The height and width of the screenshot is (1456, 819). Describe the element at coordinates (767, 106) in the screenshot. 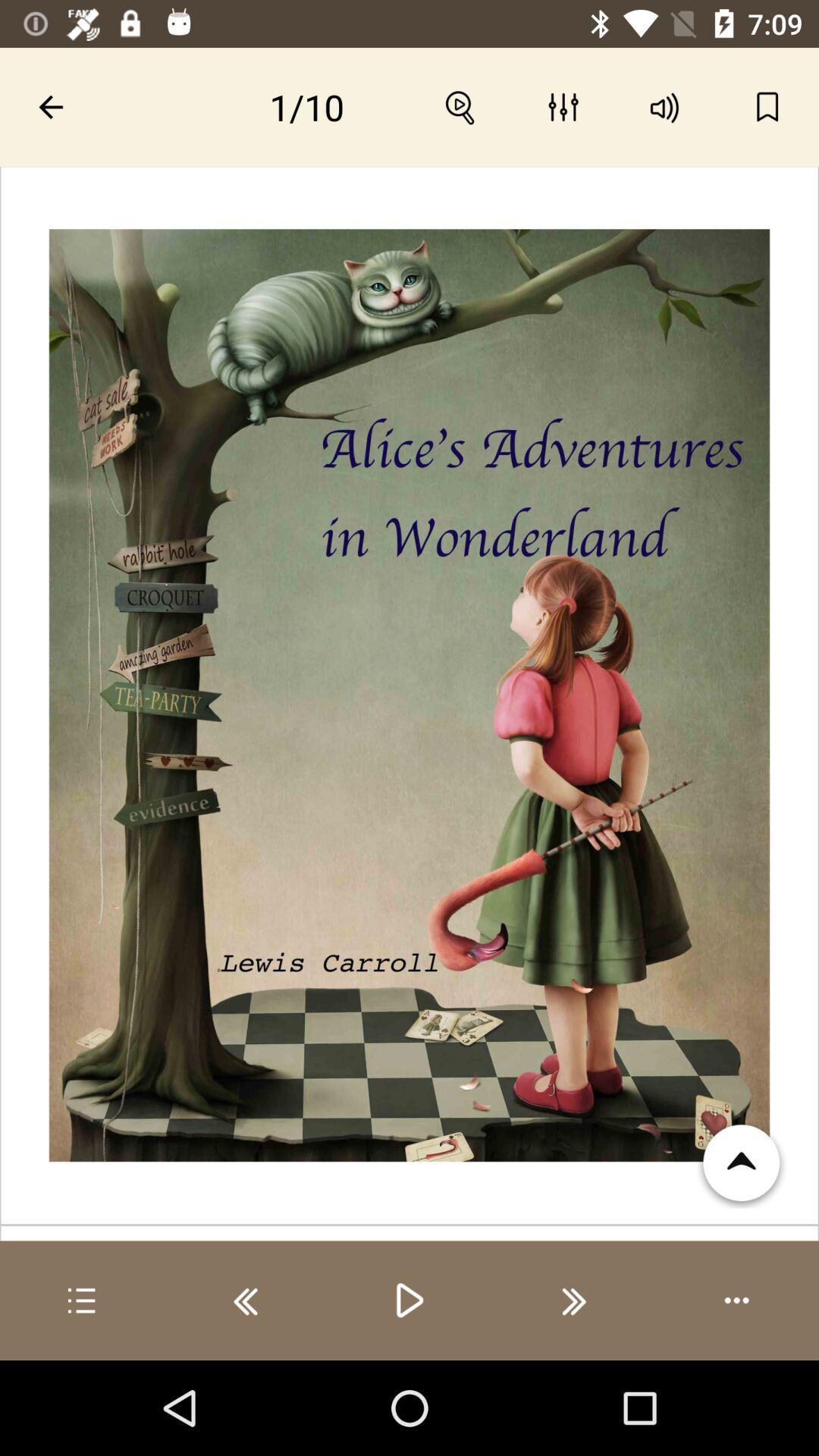

I see `bookmark the page` at that location.